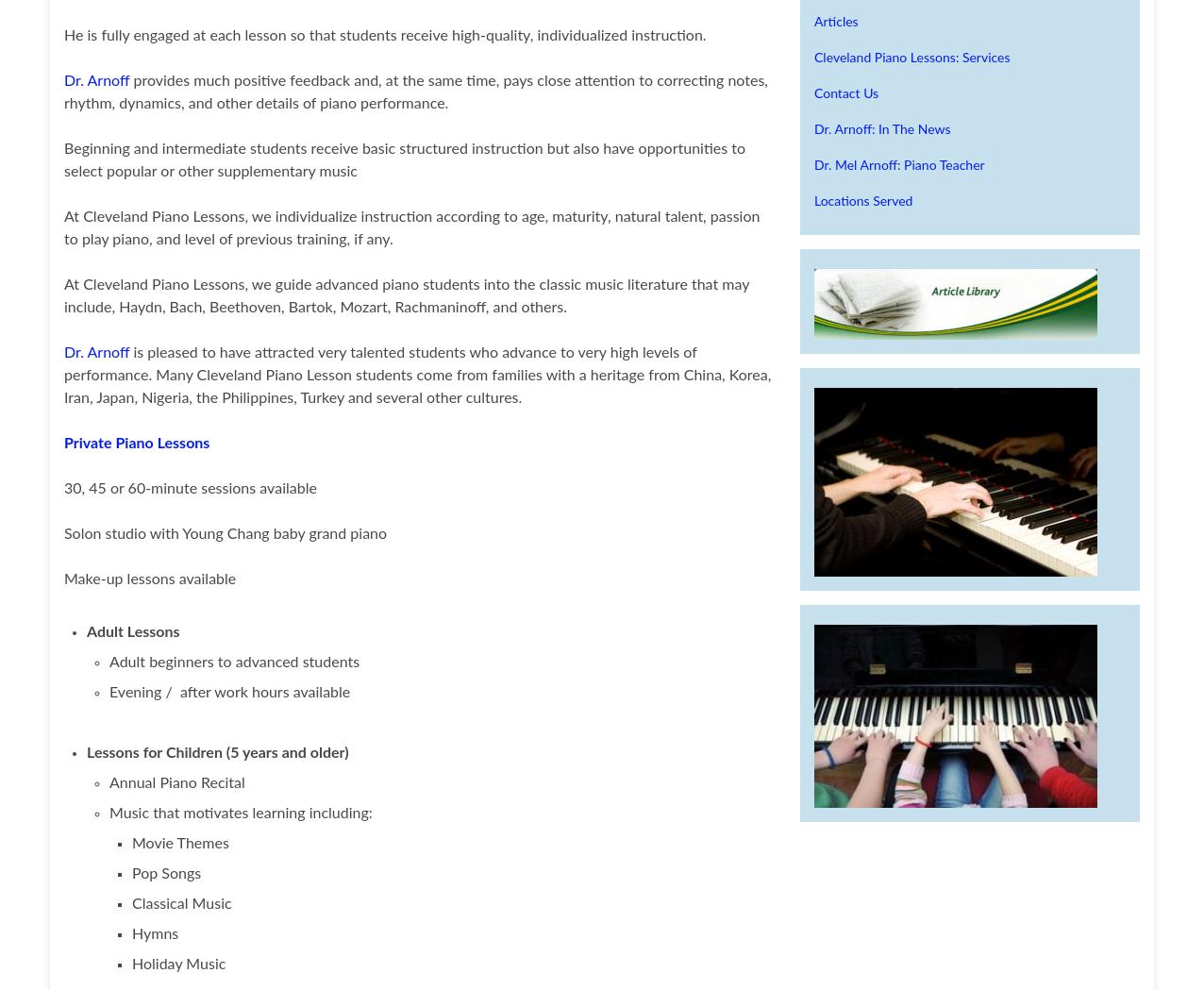 The width and height of the screenshot is (1204, 990). Describe the element at coordinates (132, 630) in the screenshot. I see `'Adult Lessons'` at that location.